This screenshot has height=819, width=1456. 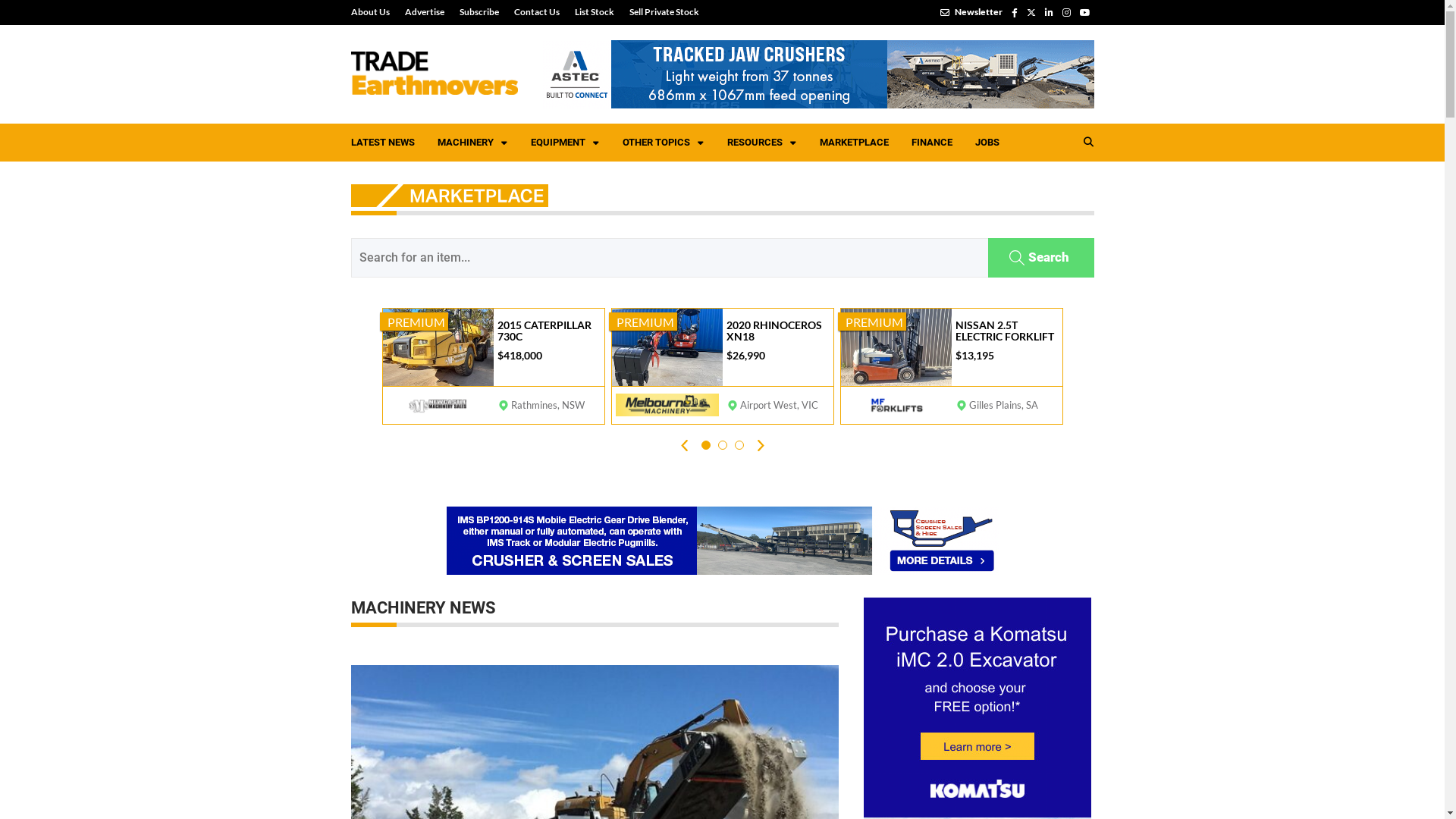 What do you see at coordinates (563, 143) in the screenshot?
I see `'EQUIPMENT'` at bounding box center [563, 143].